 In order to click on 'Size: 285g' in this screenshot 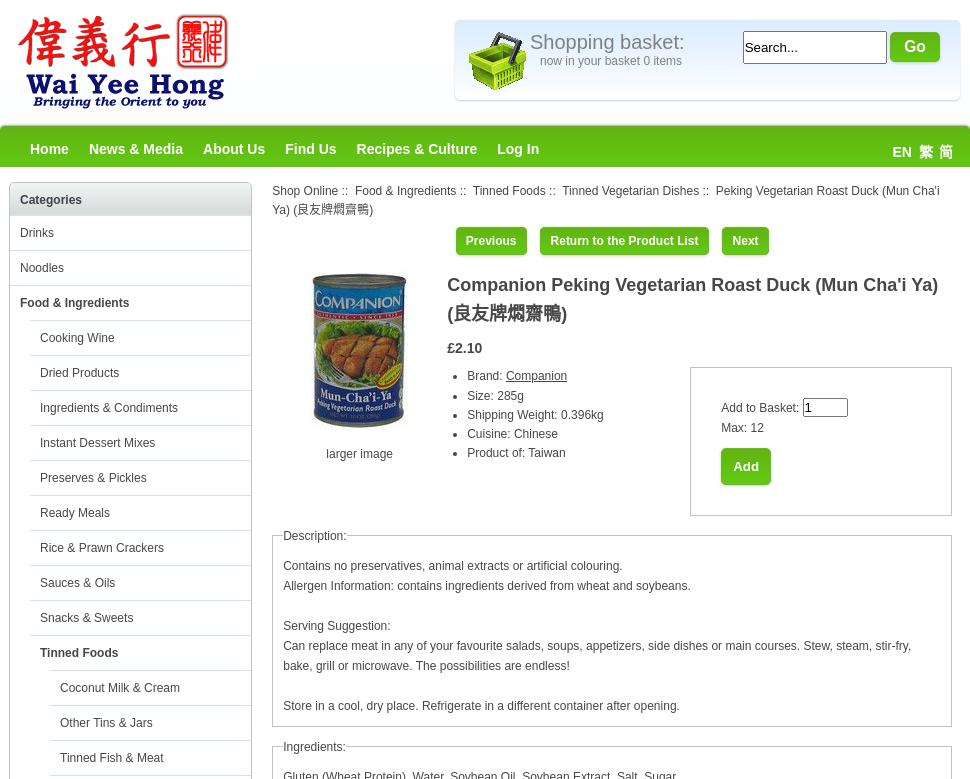, I will do `click(494, 394)`.